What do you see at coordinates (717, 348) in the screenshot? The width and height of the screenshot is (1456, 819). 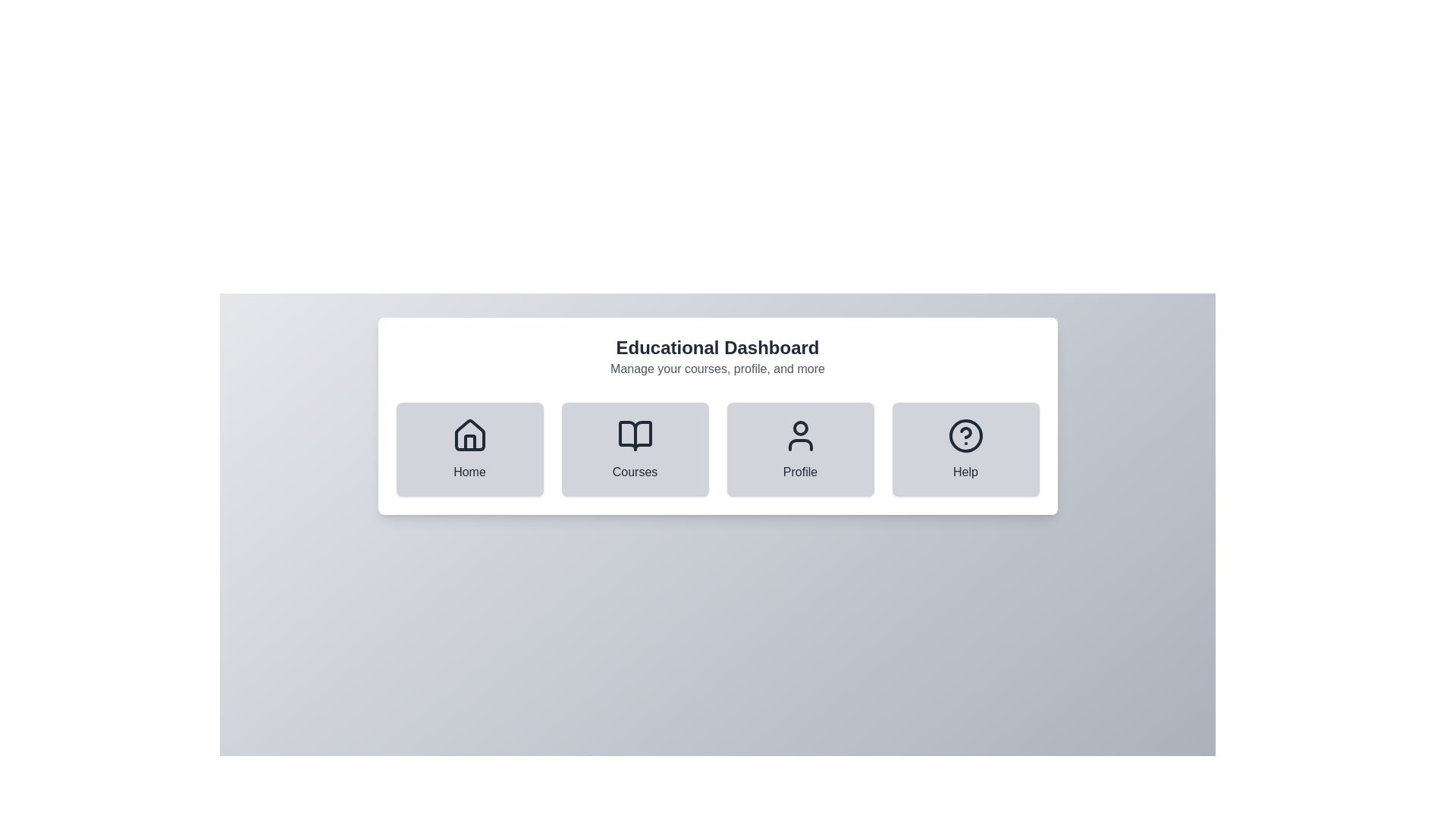 I see `the informational text label that serves as the title 'Educational Dashboard', located at the top-center of the interface` at bounding box center [717, 348].